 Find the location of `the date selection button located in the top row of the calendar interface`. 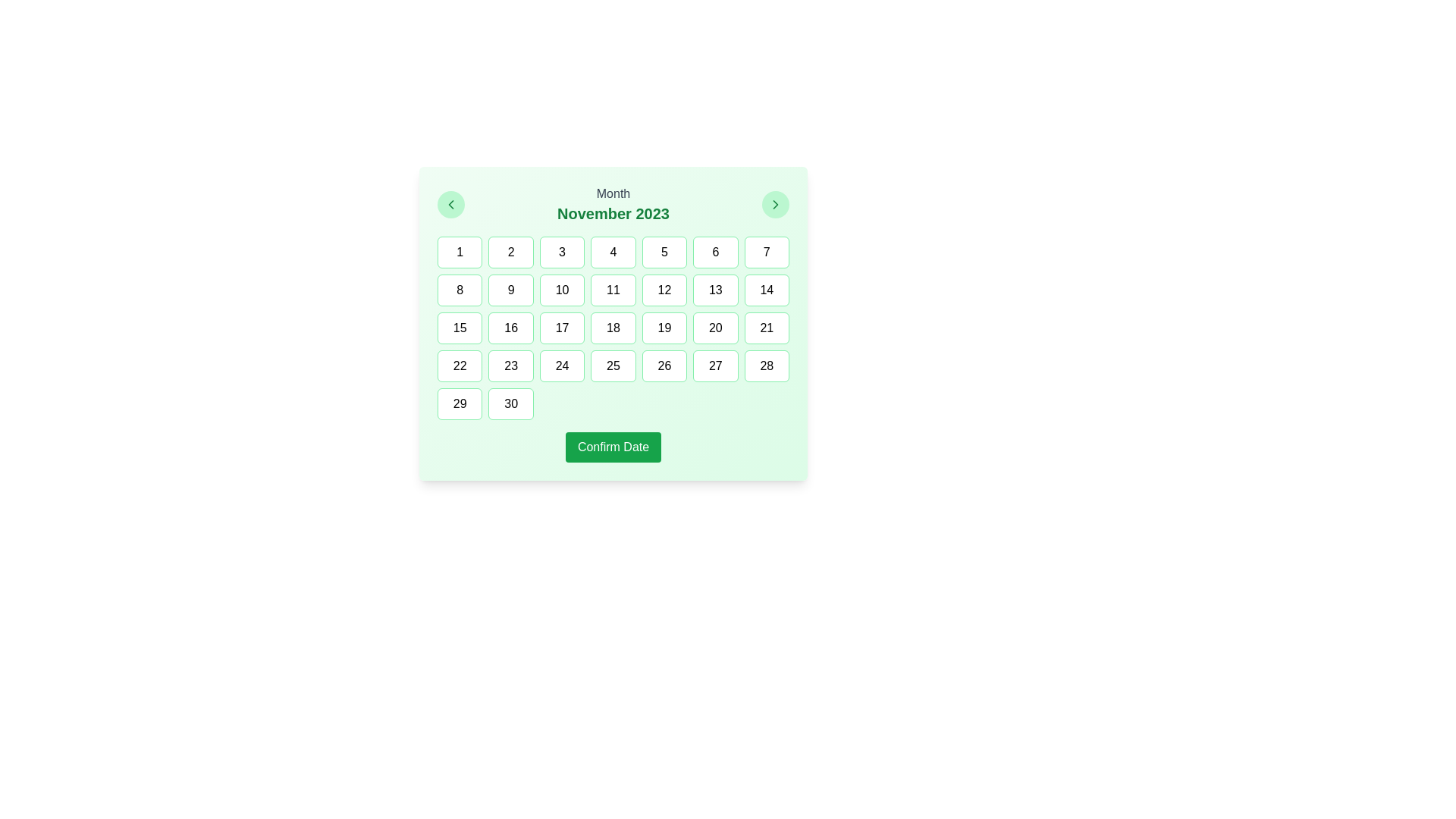

the date selection button located in the top row of the calendar interface is located at coordinates (767, 251).